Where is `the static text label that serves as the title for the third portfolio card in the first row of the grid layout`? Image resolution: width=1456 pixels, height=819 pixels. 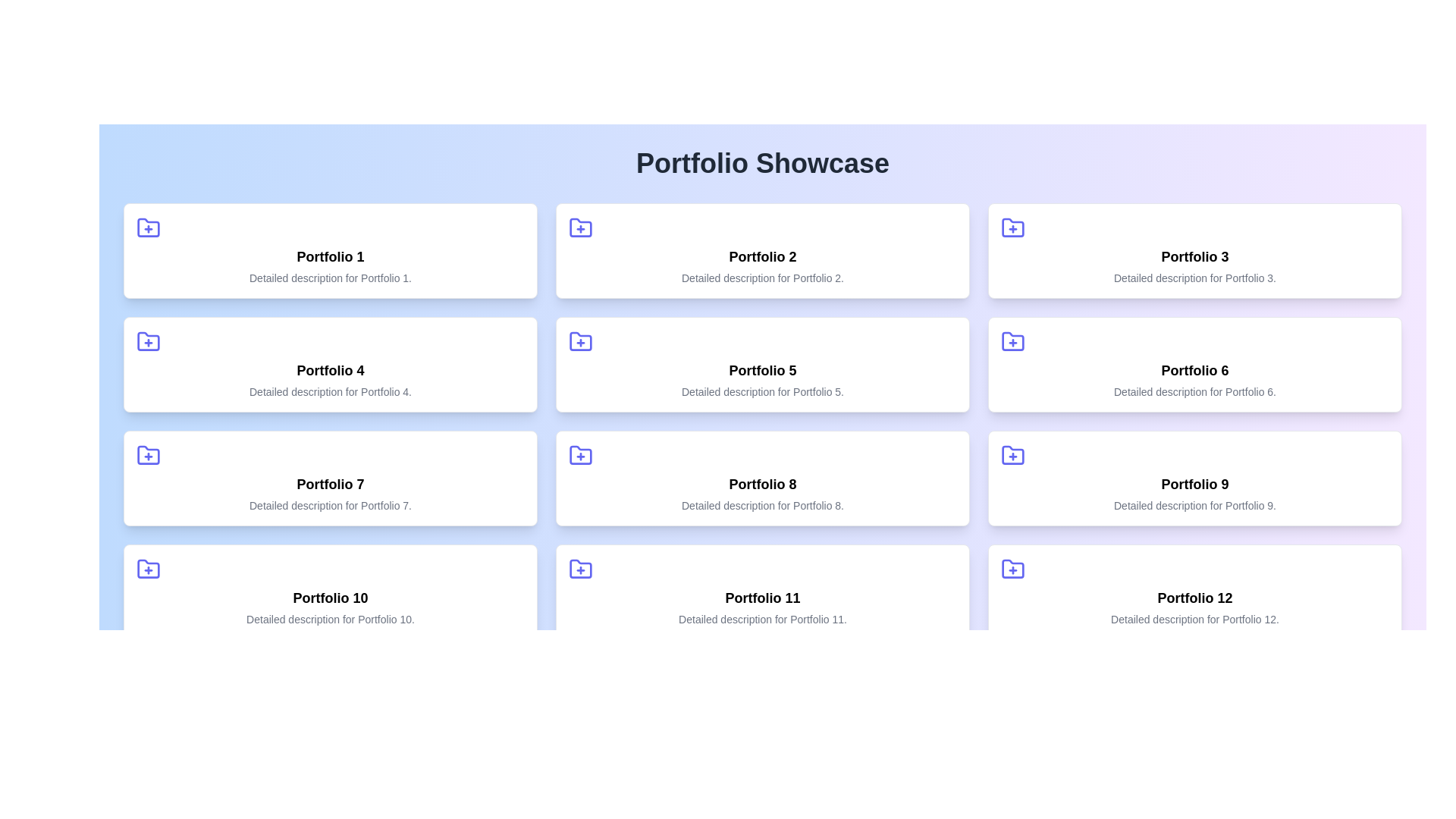
the static text label that serves as the title for the third portfolio card in the first row of the grid layout is located at coordinates (1194, 256).